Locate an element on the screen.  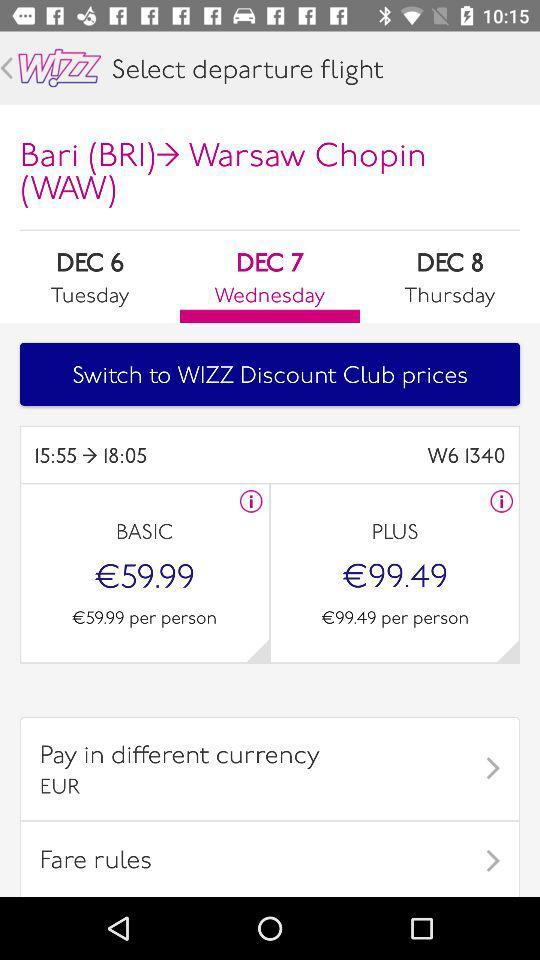
gives more information is located at coordinates (500, 500).